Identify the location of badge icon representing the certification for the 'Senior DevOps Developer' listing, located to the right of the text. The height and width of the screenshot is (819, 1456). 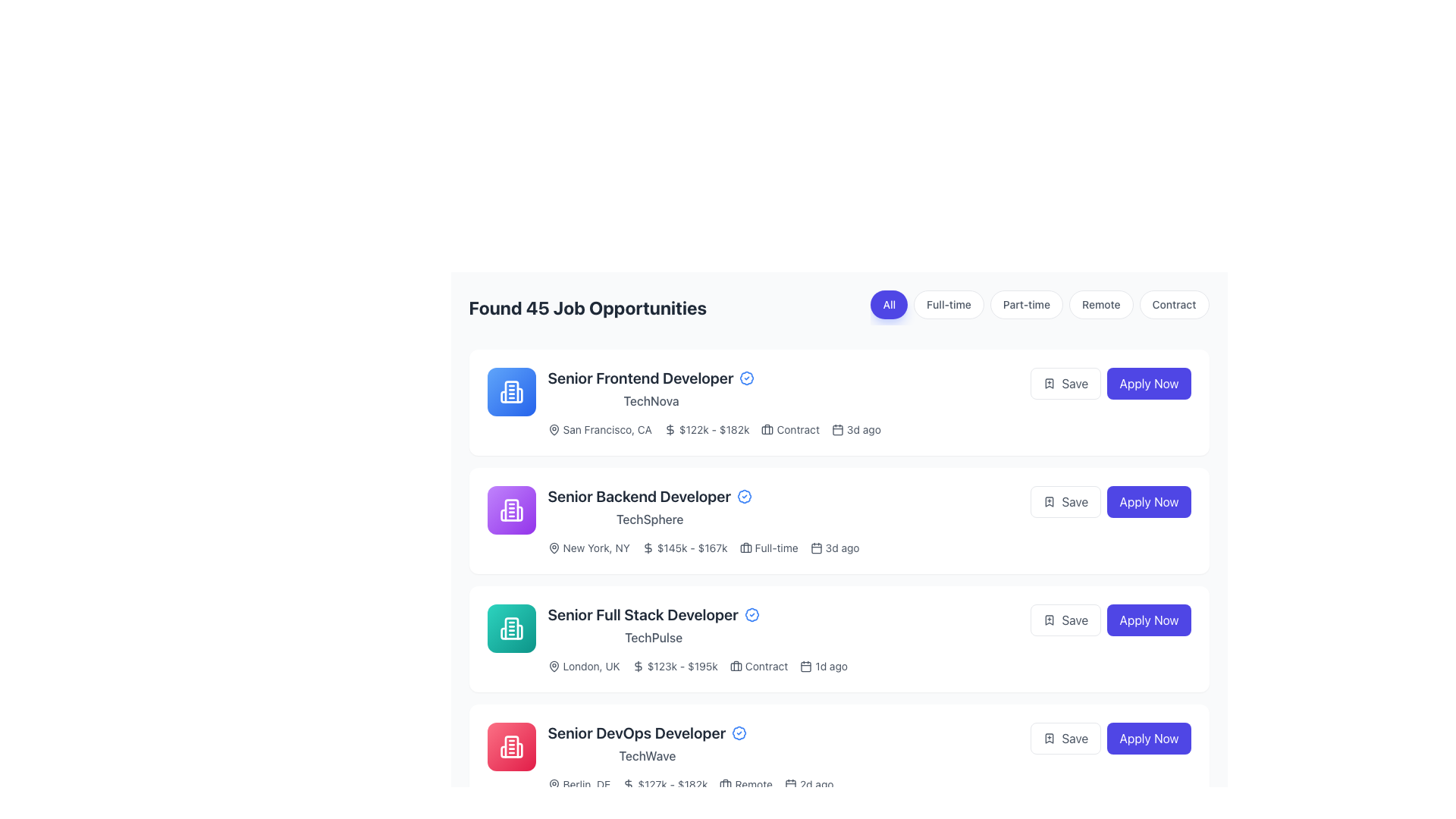
(739, 733).